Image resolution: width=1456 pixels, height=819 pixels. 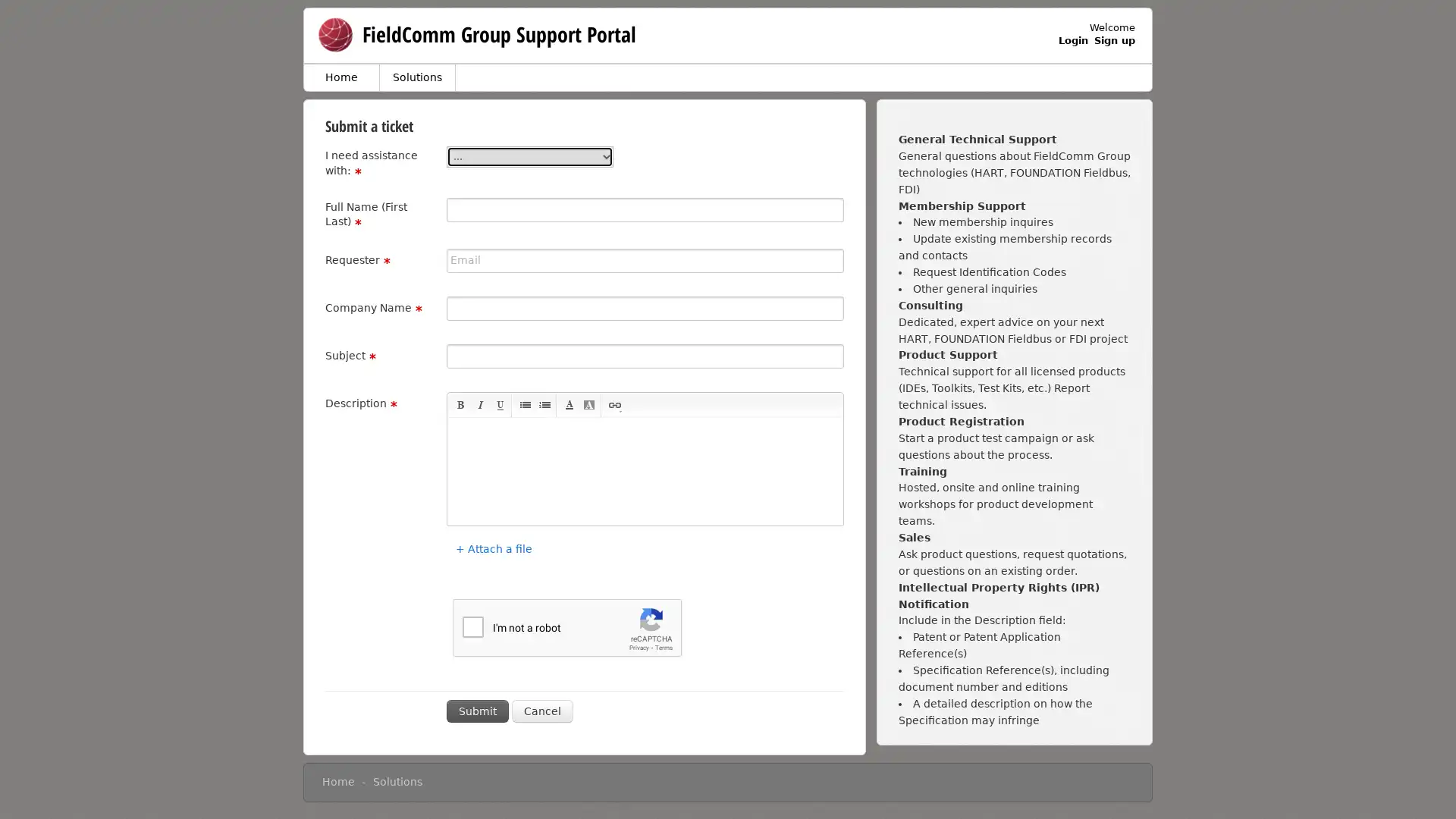 What do you see at coordinates (476, 711) in the screenshot?
I see `Submit` at bounding box center [476, 711].